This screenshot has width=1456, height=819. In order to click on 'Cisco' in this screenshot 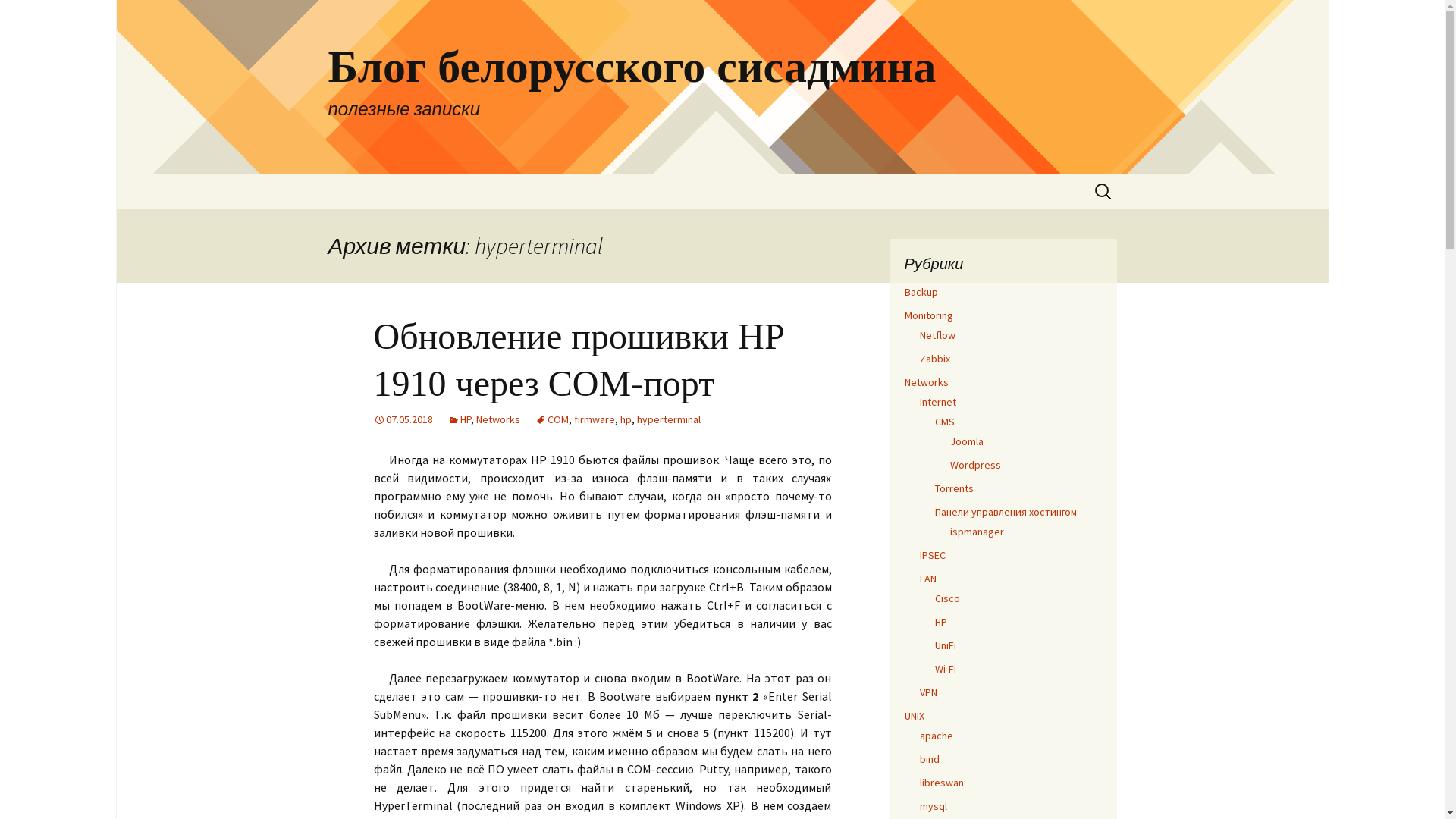, I will do `click(946, 598)`.